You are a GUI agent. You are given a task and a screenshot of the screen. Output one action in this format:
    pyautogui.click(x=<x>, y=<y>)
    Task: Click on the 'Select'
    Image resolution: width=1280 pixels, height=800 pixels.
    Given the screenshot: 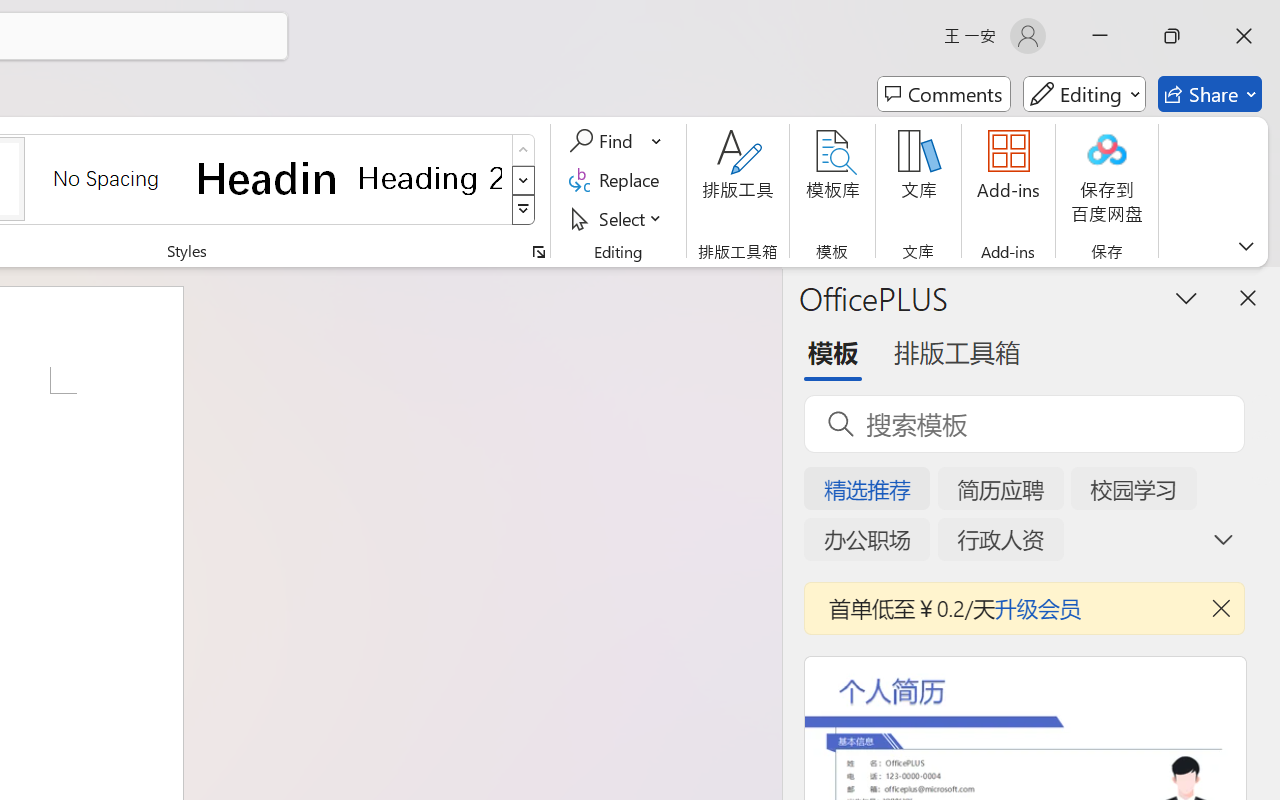 What is the action you would take?
    pyautogui.click(x=617, y=218)
    